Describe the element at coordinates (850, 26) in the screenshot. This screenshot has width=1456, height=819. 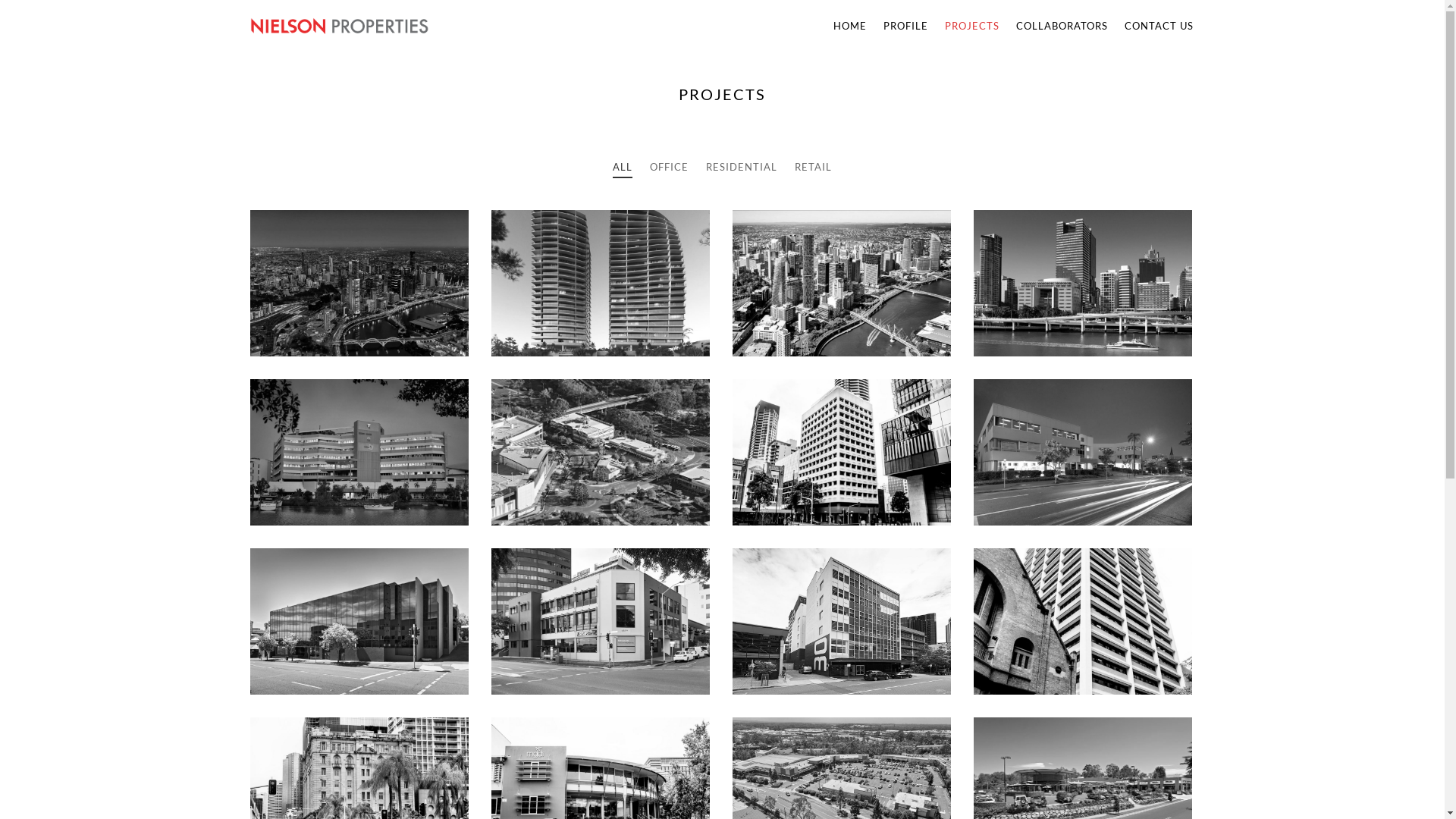
I see `'HOME'` at that location.